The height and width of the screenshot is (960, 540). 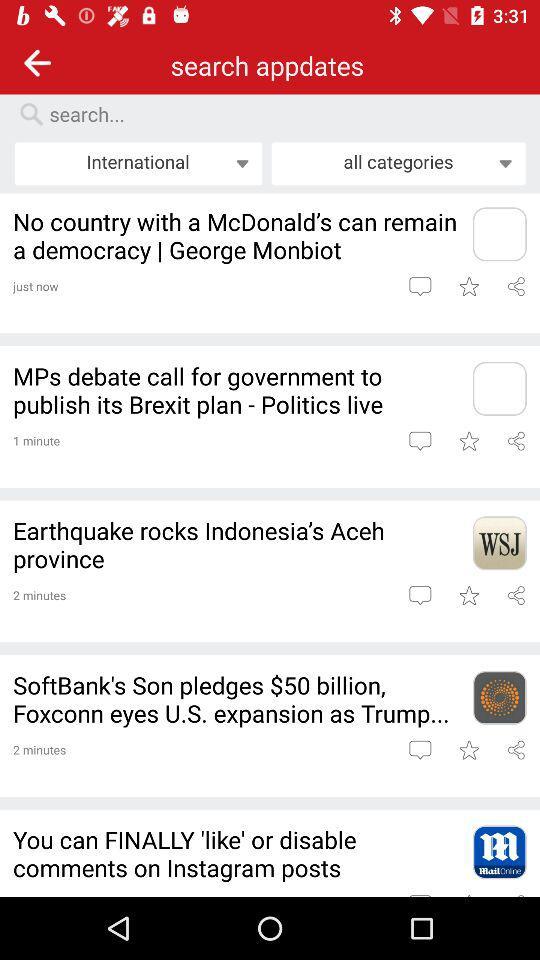 What do you see at coordinates (278, 114) in the screenshot?
I see `input search term` at bounding box center [278, 114].